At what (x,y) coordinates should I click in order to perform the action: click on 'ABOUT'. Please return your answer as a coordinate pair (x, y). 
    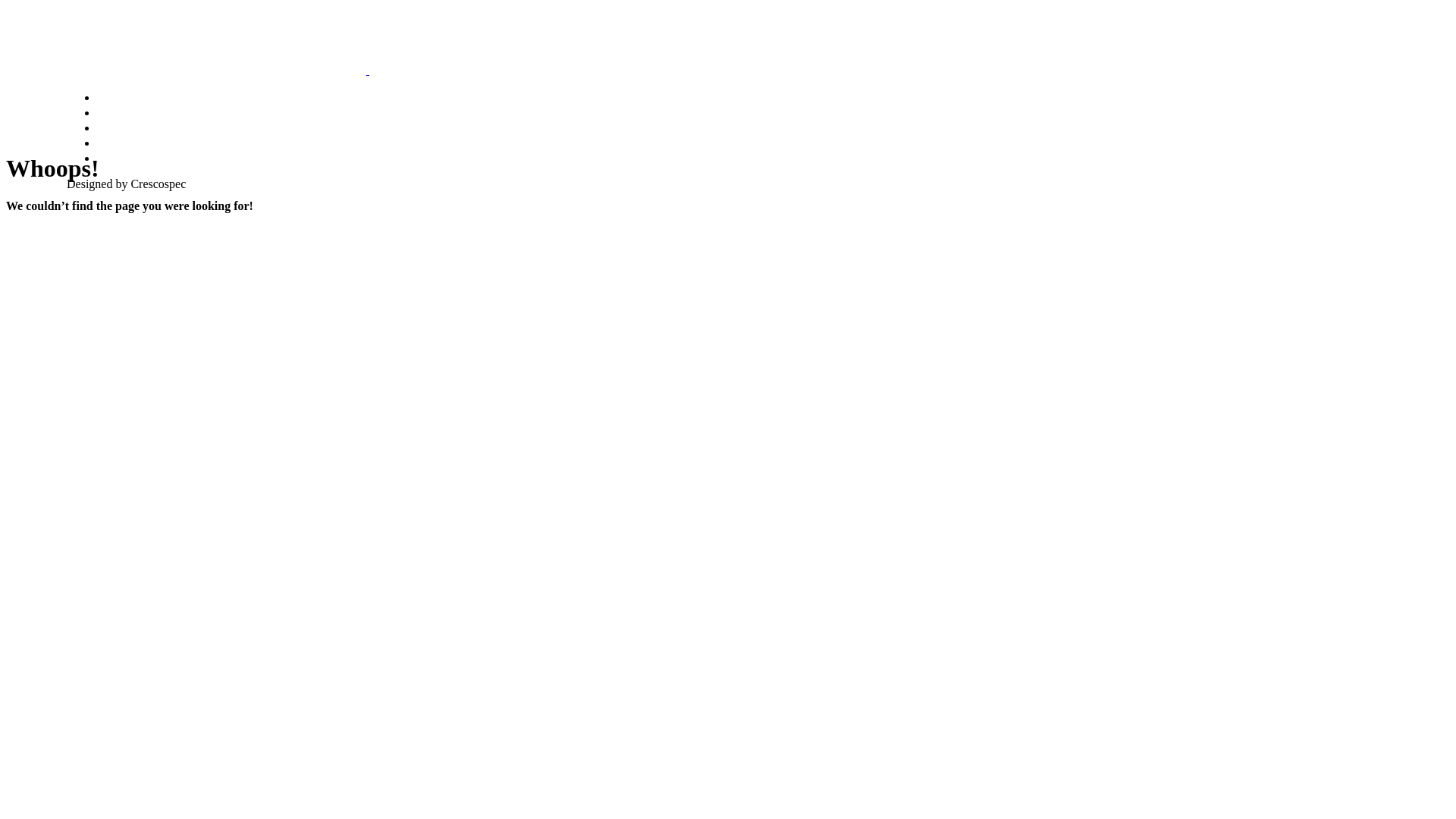
    Looking at the image, I should click on (96, 111).